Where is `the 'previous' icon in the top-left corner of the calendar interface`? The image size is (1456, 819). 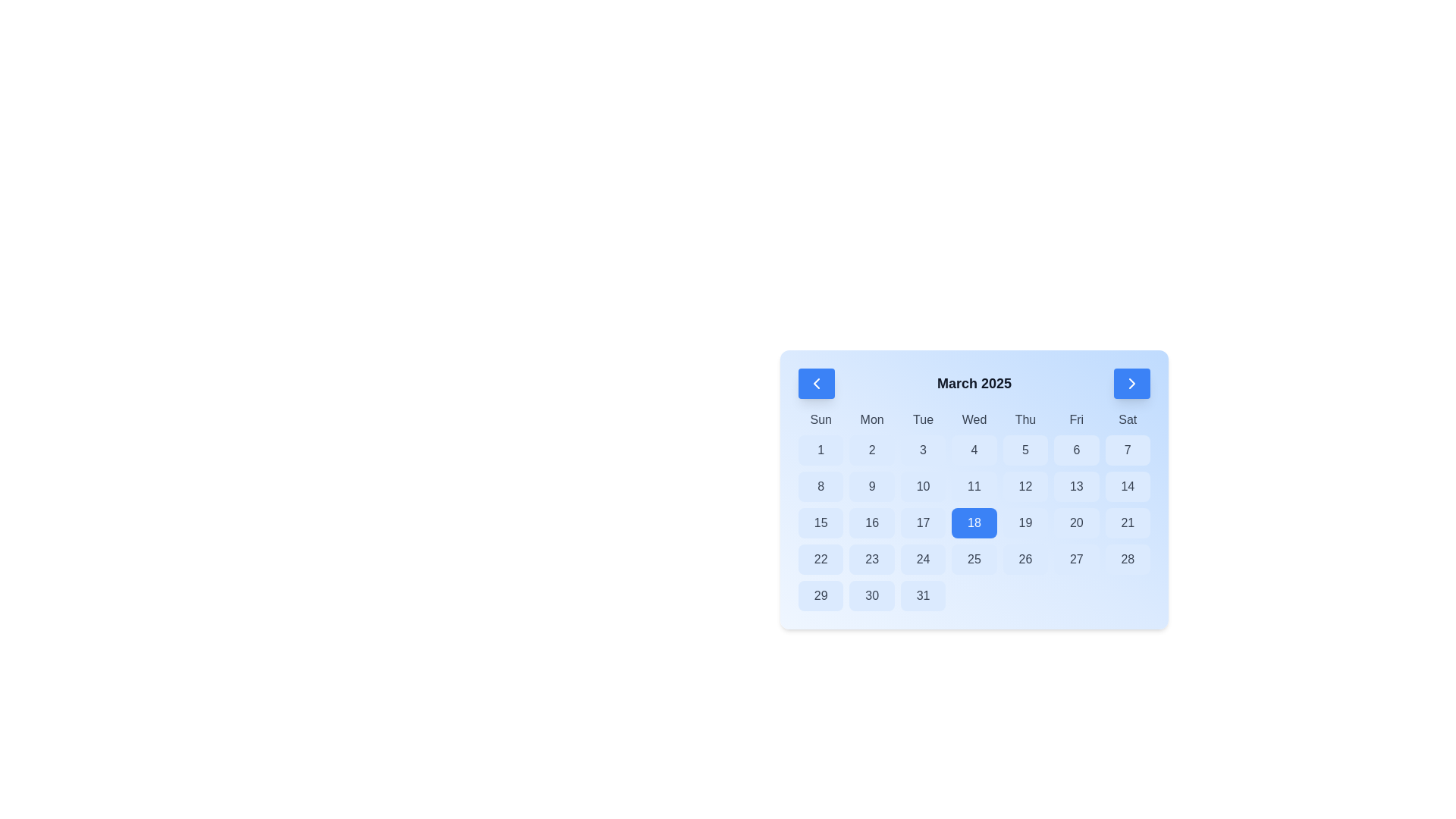
the 'previous' icon in the top-left corner of the calendar interface is located at coordinates (815, 382).